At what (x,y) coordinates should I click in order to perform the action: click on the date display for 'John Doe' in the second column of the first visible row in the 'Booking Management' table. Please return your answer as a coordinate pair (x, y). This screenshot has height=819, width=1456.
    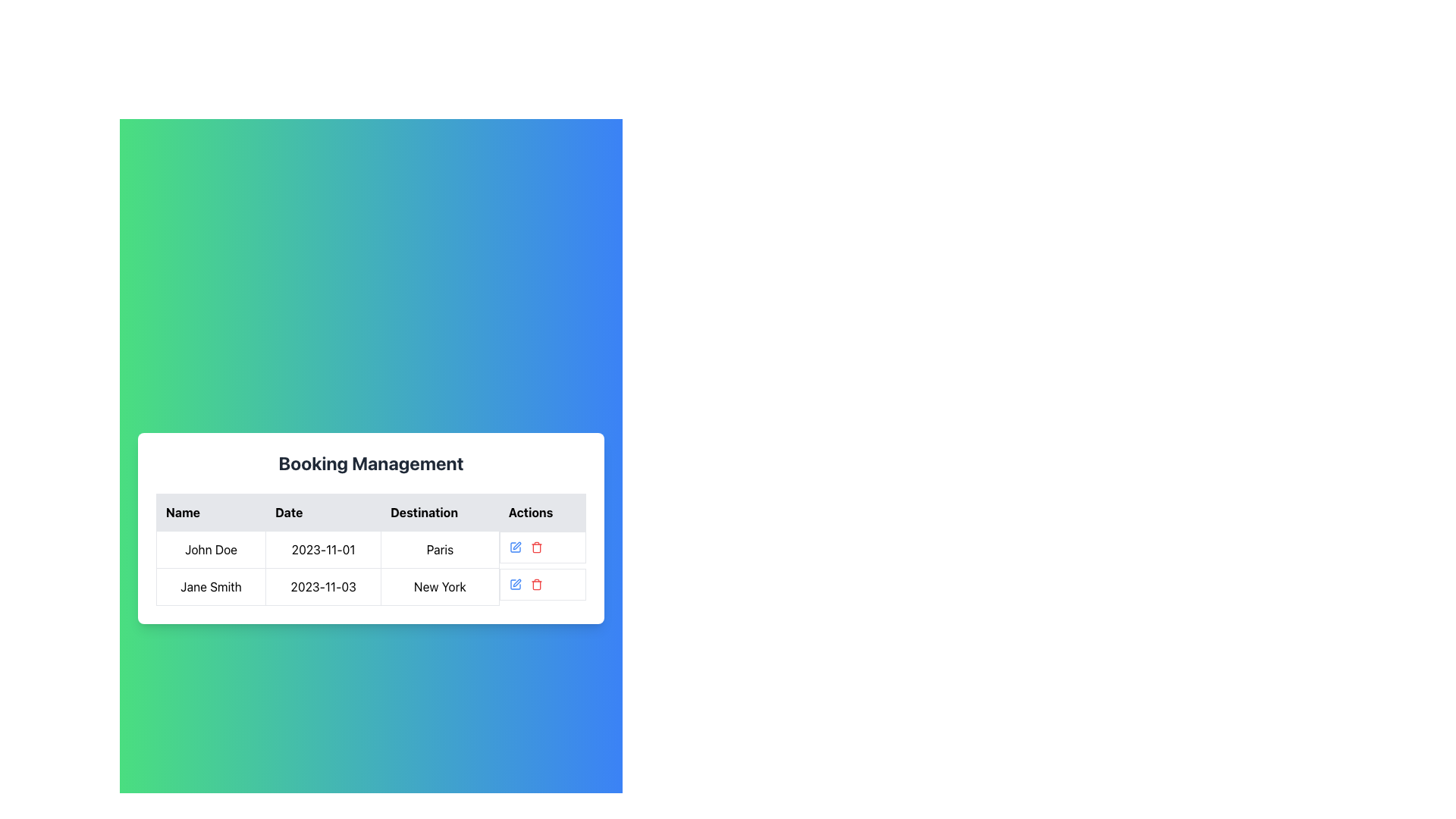
    Looking at the image, I should click on (322, 550).